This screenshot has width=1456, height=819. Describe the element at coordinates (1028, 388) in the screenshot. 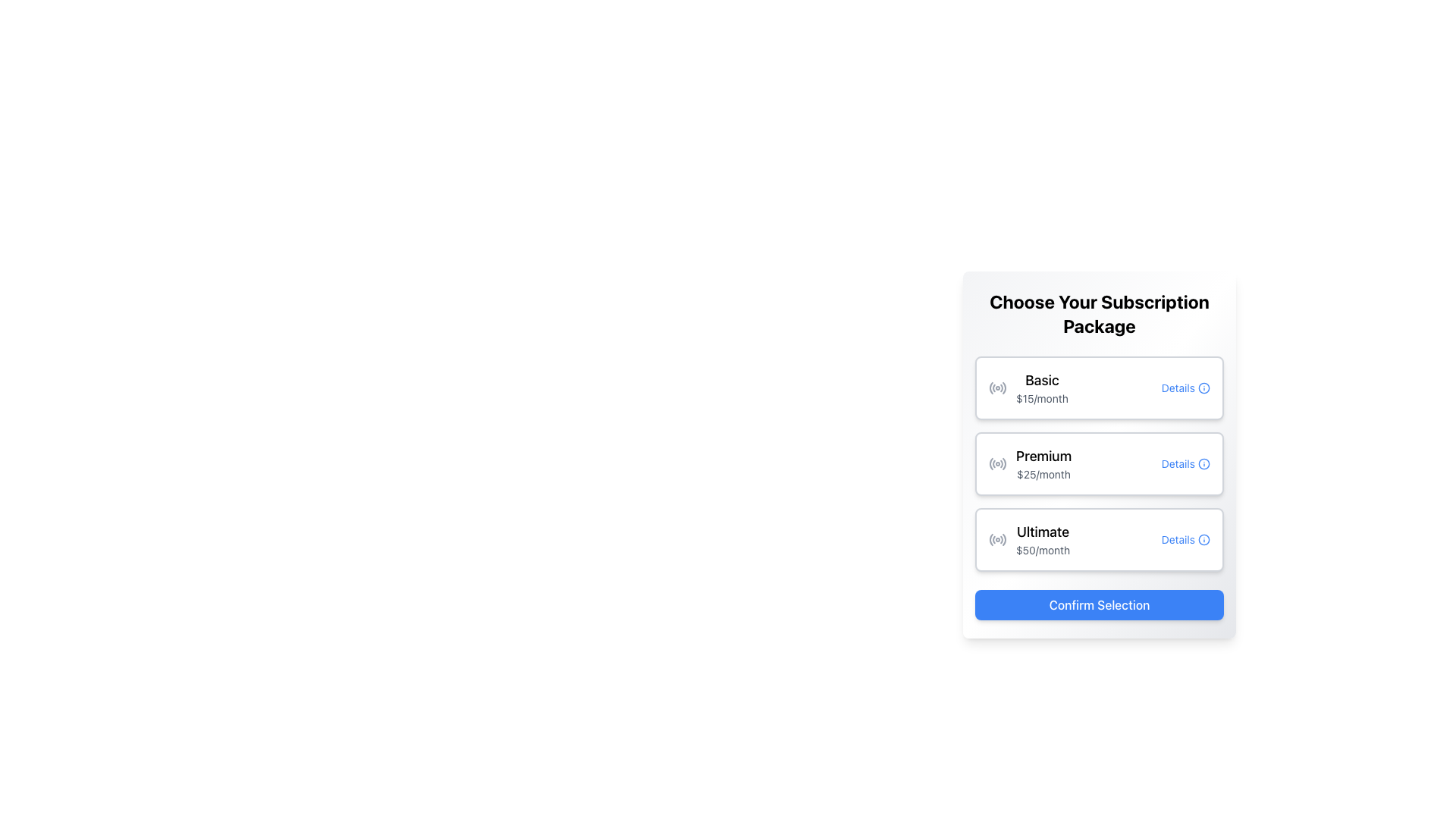

I see `displayed text 'Basic' and '$15/month' from the Text Display with Icon located at the top of the subscription package list` at that location.